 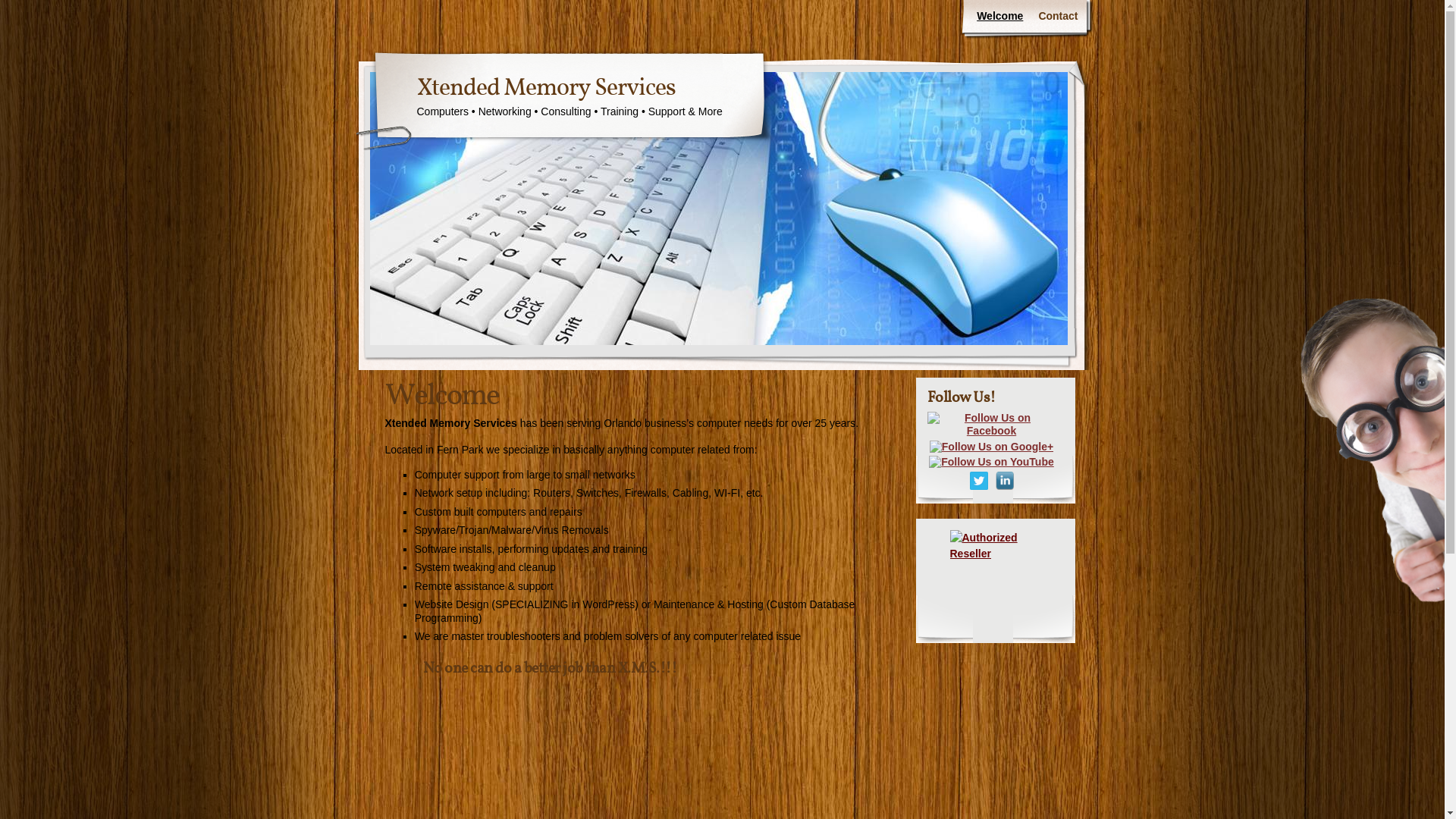 I want to click on 'Follow Us on Facebook', so click(x=990, y=424).